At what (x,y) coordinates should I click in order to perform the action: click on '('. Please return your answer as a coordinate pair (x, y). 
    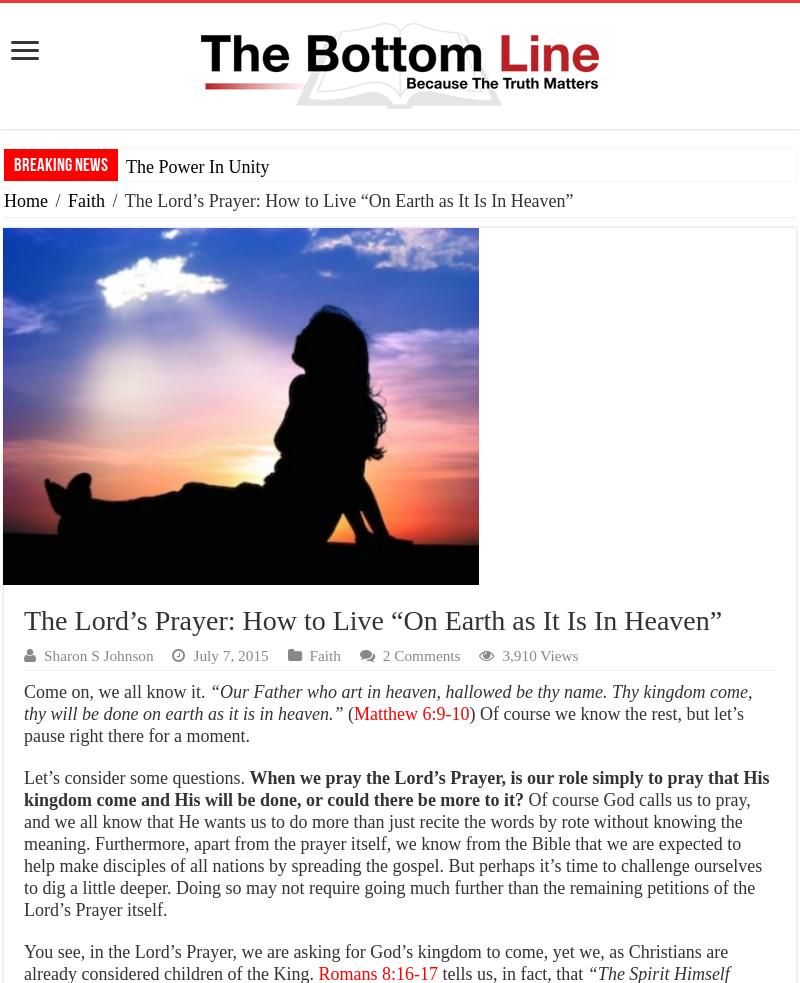
    Looking at the image, I should click on (348, 712).